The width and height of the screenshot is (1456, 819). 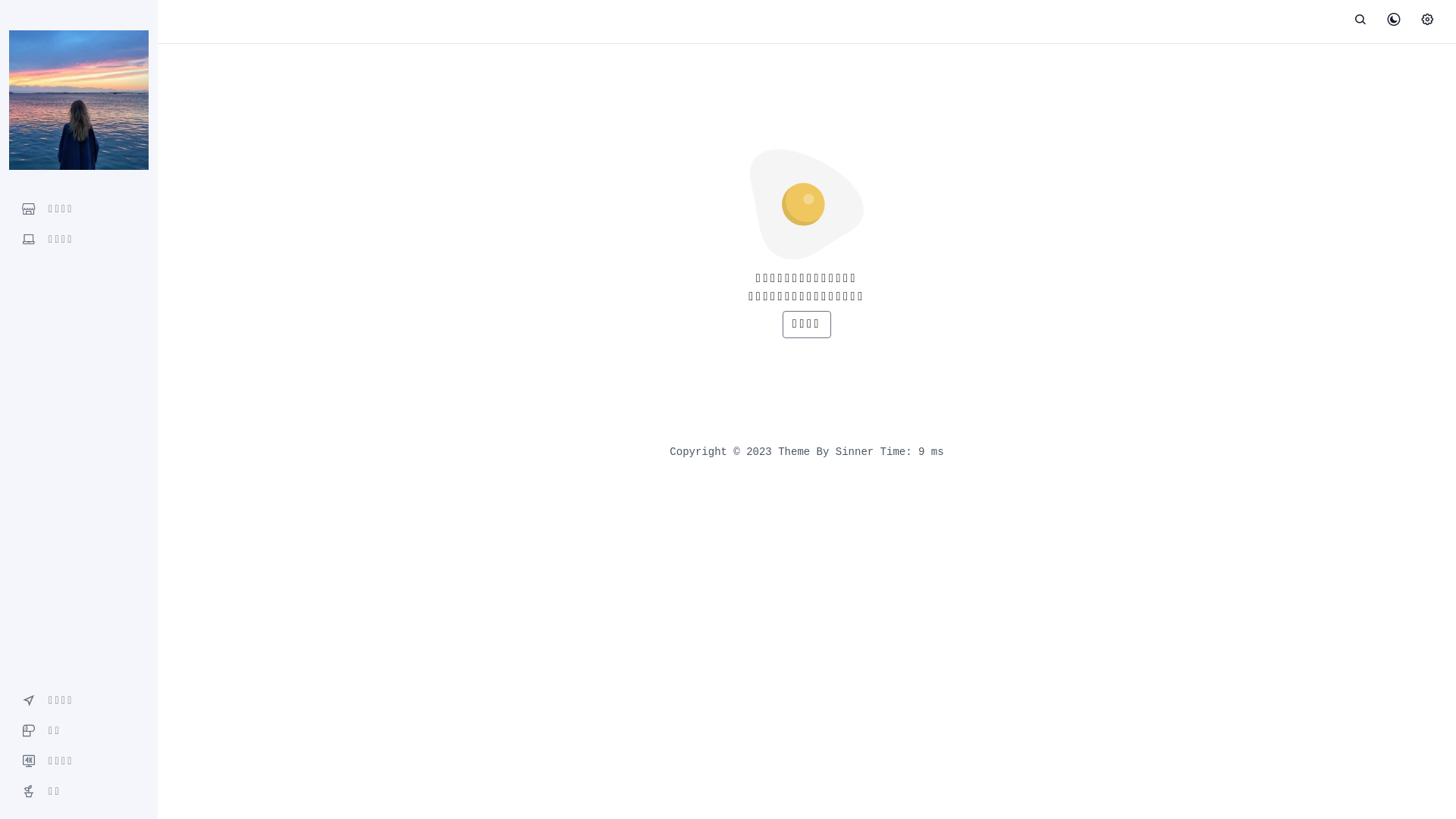 What do you see at coordinates (855, 451) in the screenshot?
I see `'Sinner'` at bounding box center [855, 451].